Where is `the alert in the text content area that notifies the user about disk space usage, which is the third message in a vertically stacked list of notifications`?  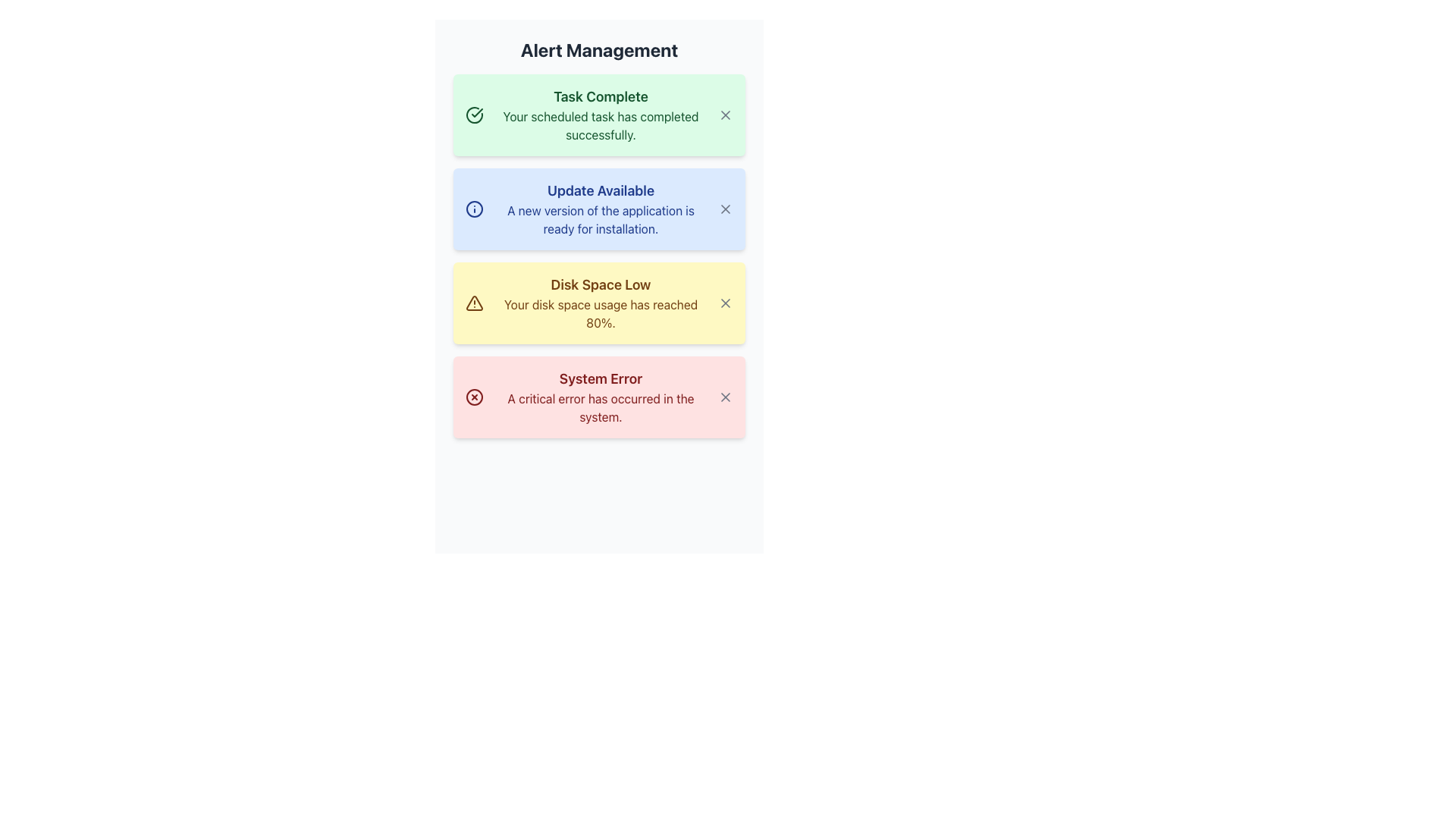 the alert in the text content area that notifies the user about disk space usage, which is the third message in a vertically stacked list of notifications is located at coordinates (600, 303).